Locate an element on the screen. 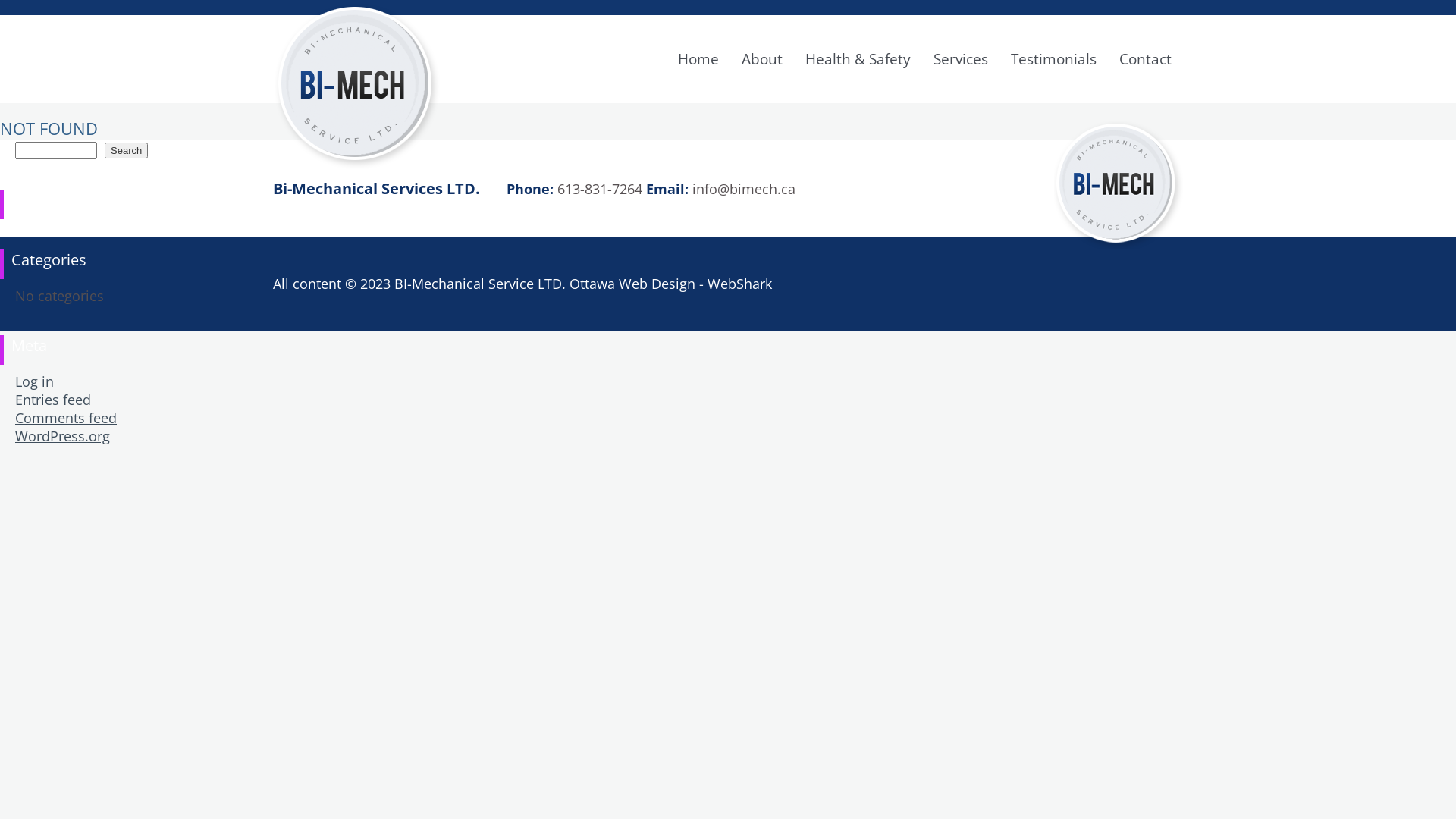 The height and width of the screenshot is (819, 1456). 'Testimonials' is located at coordinates (999, 58).